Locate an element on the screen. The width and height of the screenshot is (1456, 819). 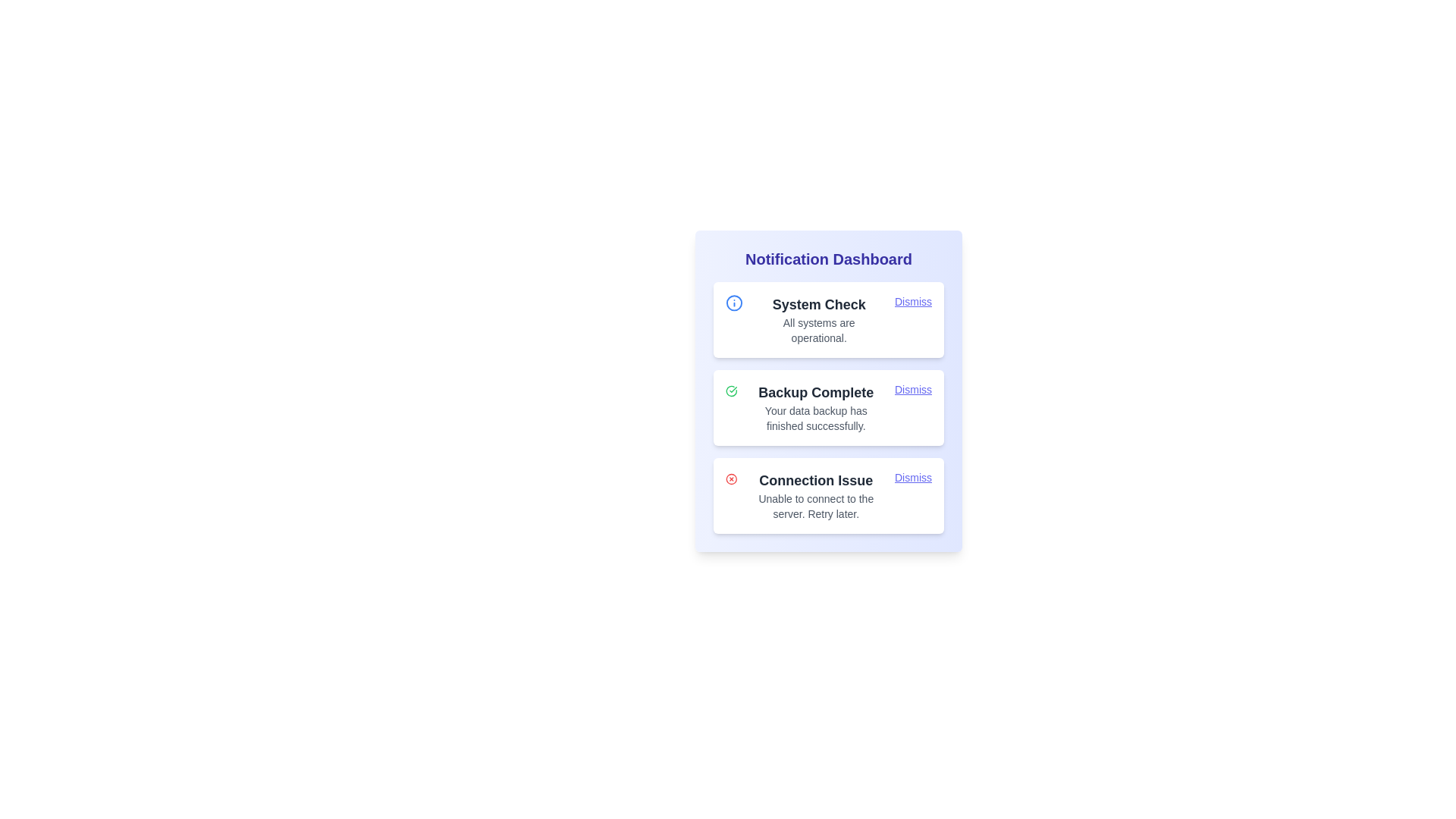
the circular blue icon with a white interior that is located in the top-left corner of the 'System Check' notification box, to the left of the text labeled 'System Check' and 'All systems are operational.' is located at coordinates (734, 303).